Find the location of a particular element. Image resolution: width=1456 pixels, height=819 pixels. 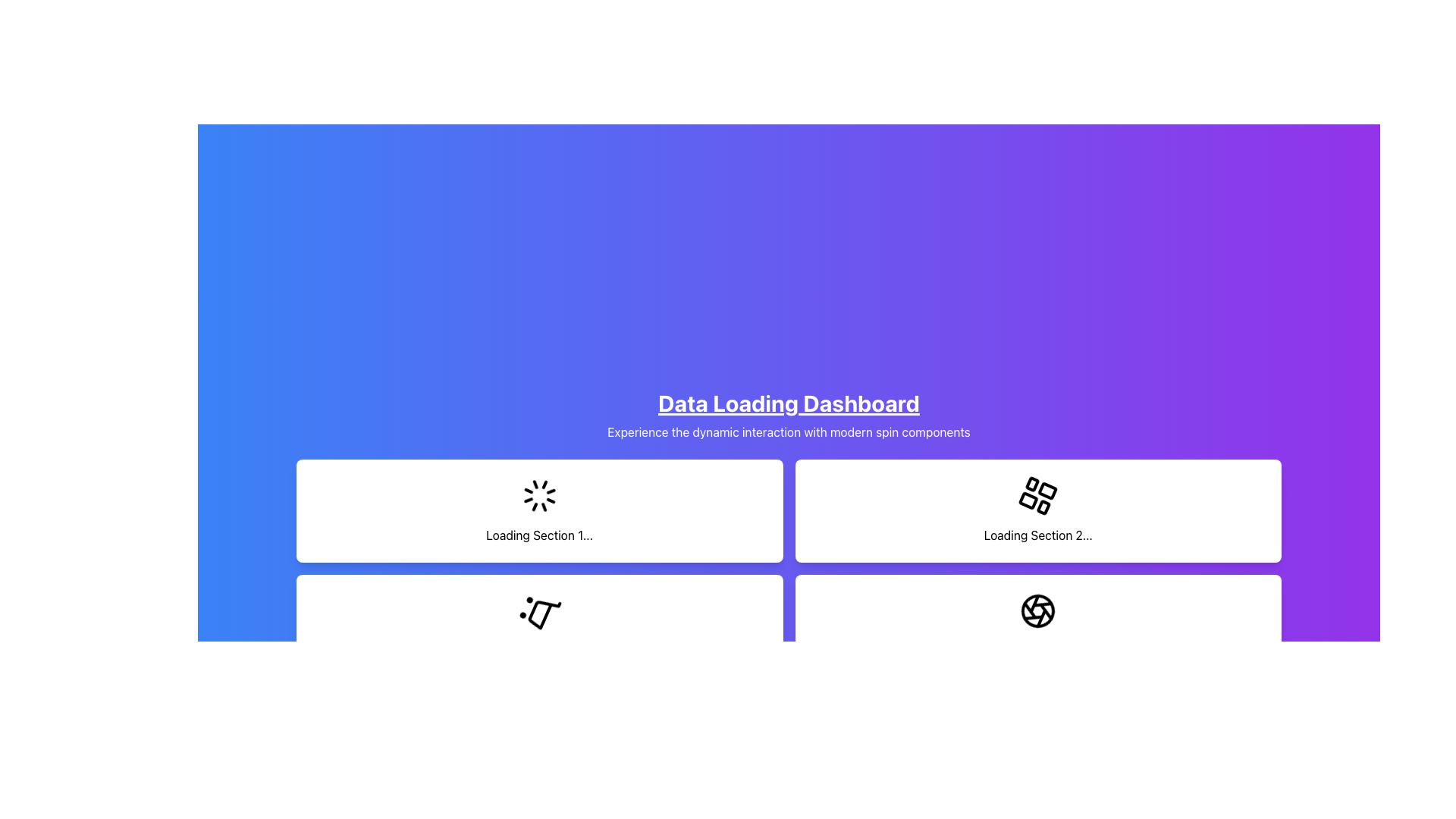

the animation behavior of the fourth SVG rectangle element located in the bottom-left corner of the loading section in the dashboard interface is located at coordinates (1042, 484).